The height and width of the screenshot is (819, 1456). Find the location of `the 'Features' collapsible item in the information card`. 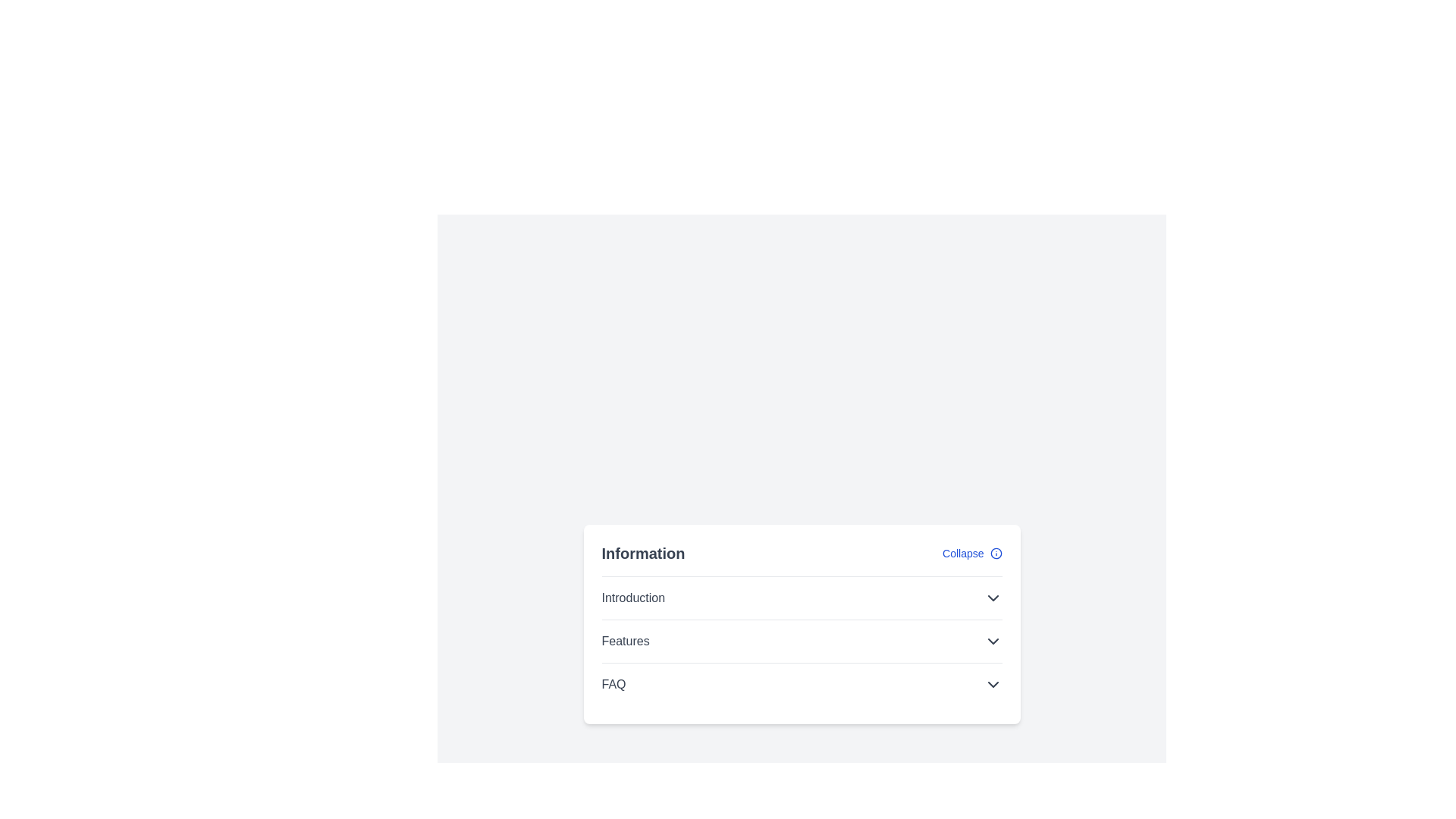

the 'Features' collapsible item in the information card is located at coordinates (801, 640).